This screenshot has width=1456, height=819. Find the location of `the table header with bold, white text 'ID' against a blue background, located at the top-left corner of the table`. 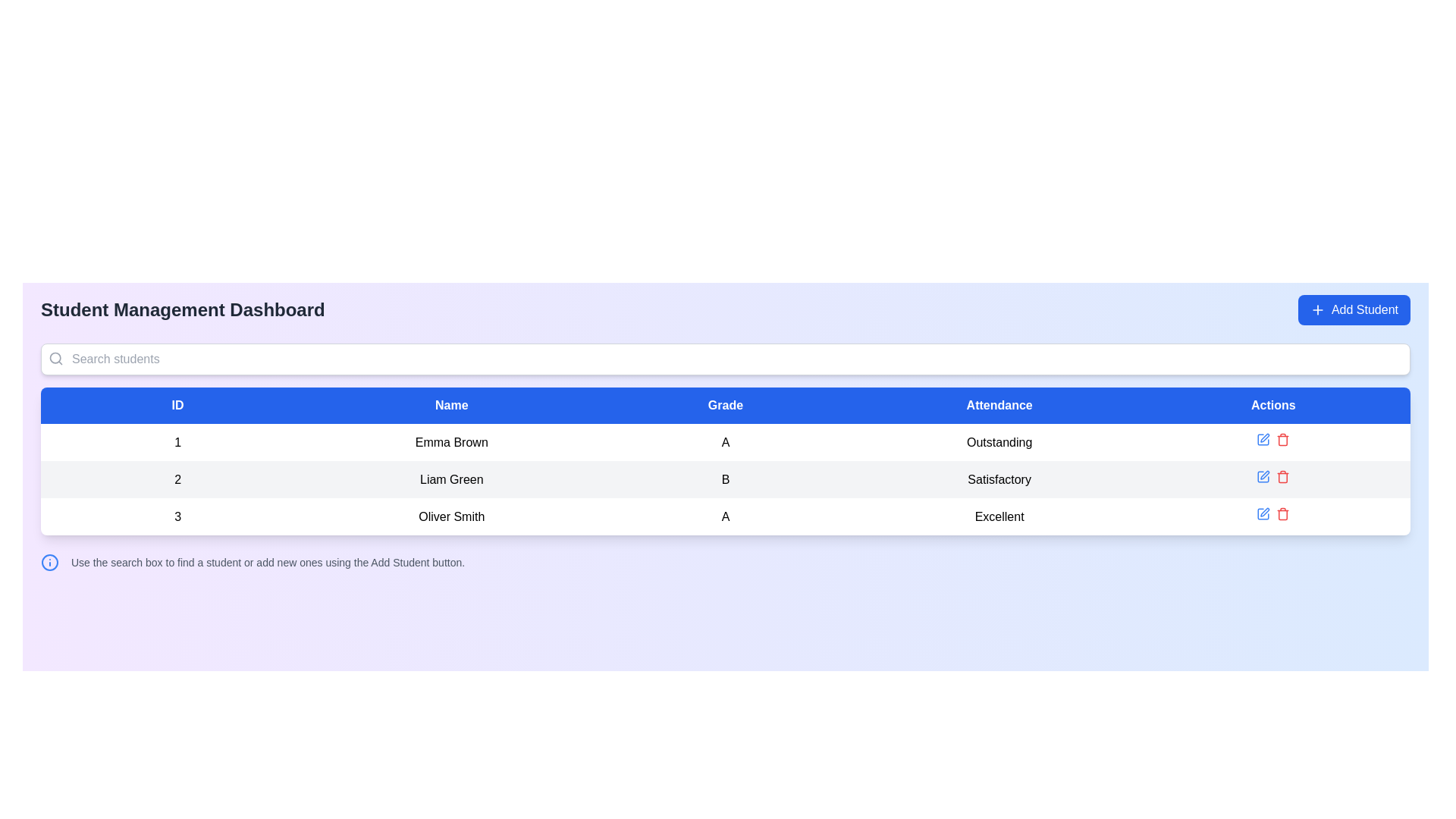

the table header with bold, white text 'ID' against a blue background, located at the top-left corner of the table is located at coordinates (177, 405).